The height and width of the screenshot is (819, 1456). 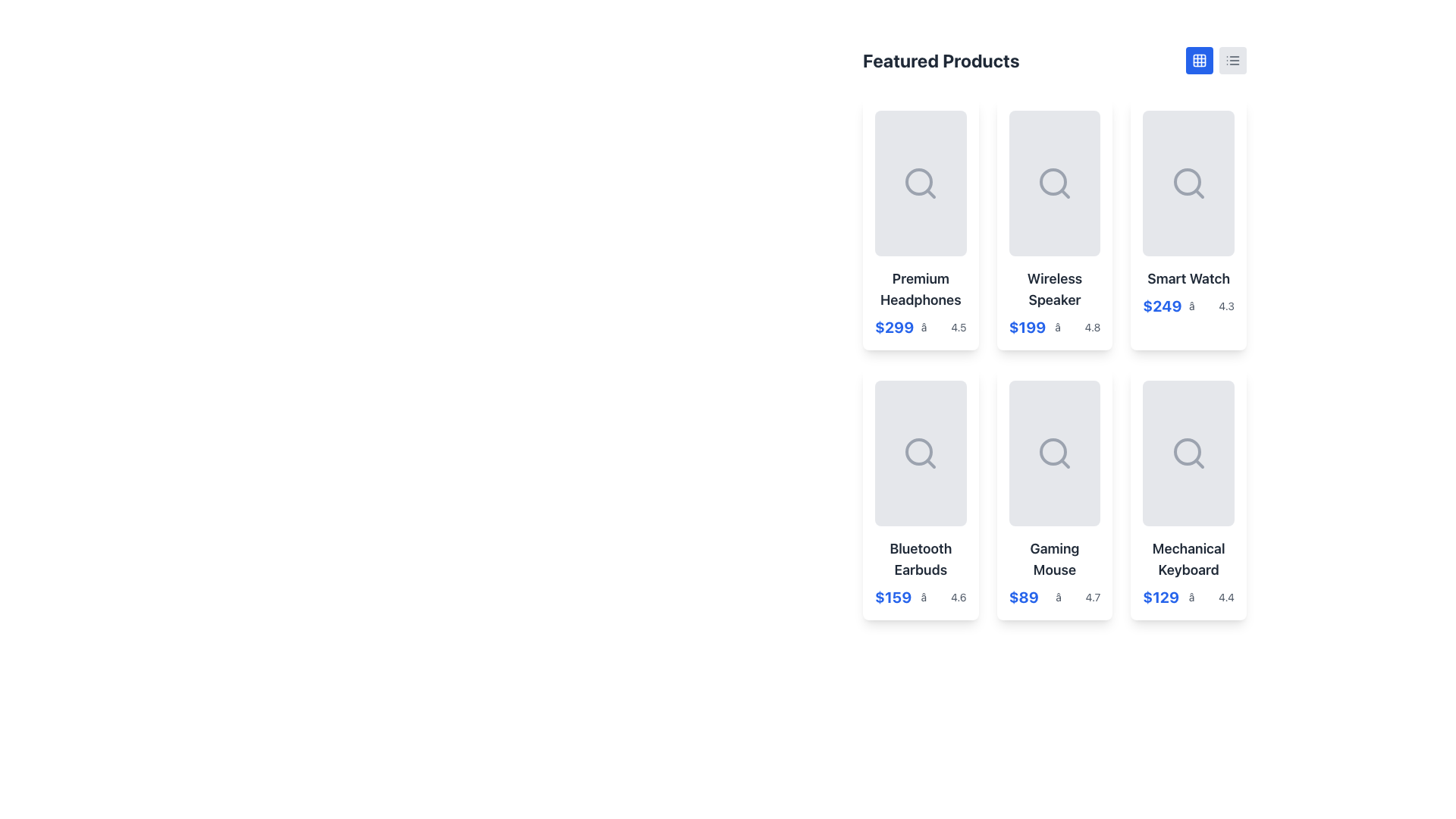 What do you see at coordinates (920, 183) in the screenshot?
I see `the magnifying glass icon located within the first product card under 'Featured Products', centered above the product title 'Premium Headphones'` at bounding box center [920, 183].